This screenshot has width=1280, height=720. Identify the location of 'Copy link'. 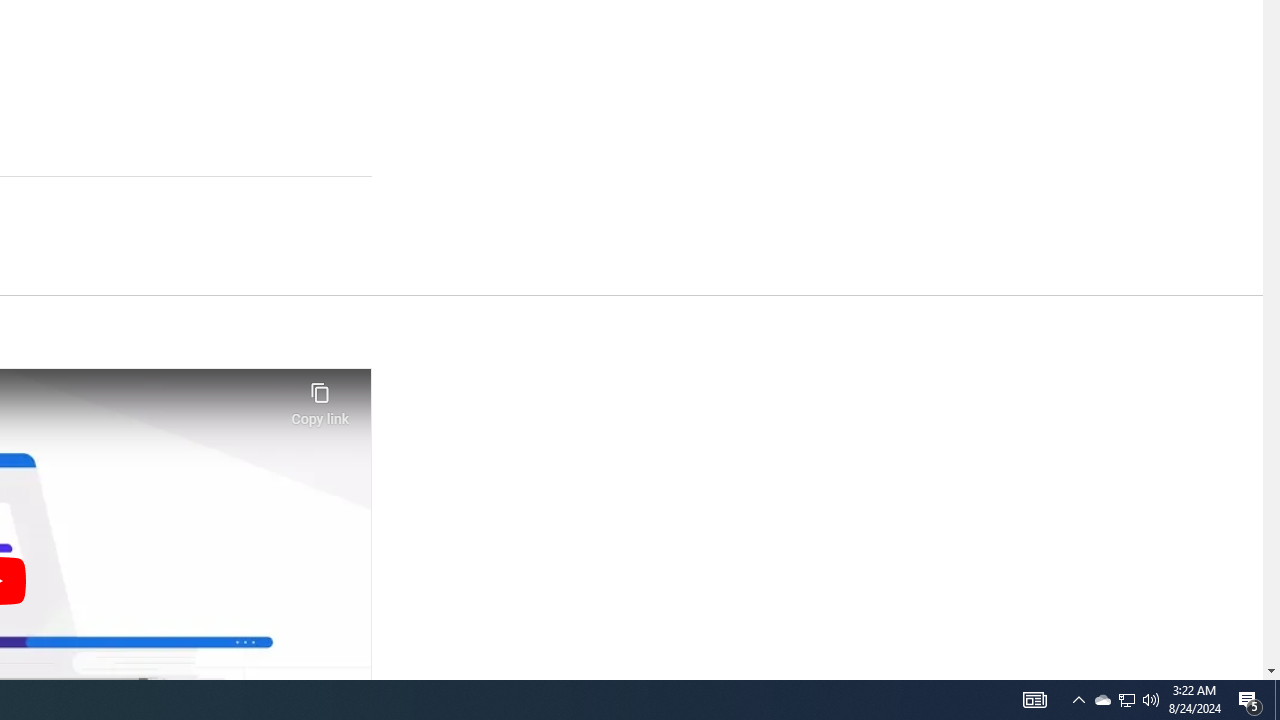
(320, 398).